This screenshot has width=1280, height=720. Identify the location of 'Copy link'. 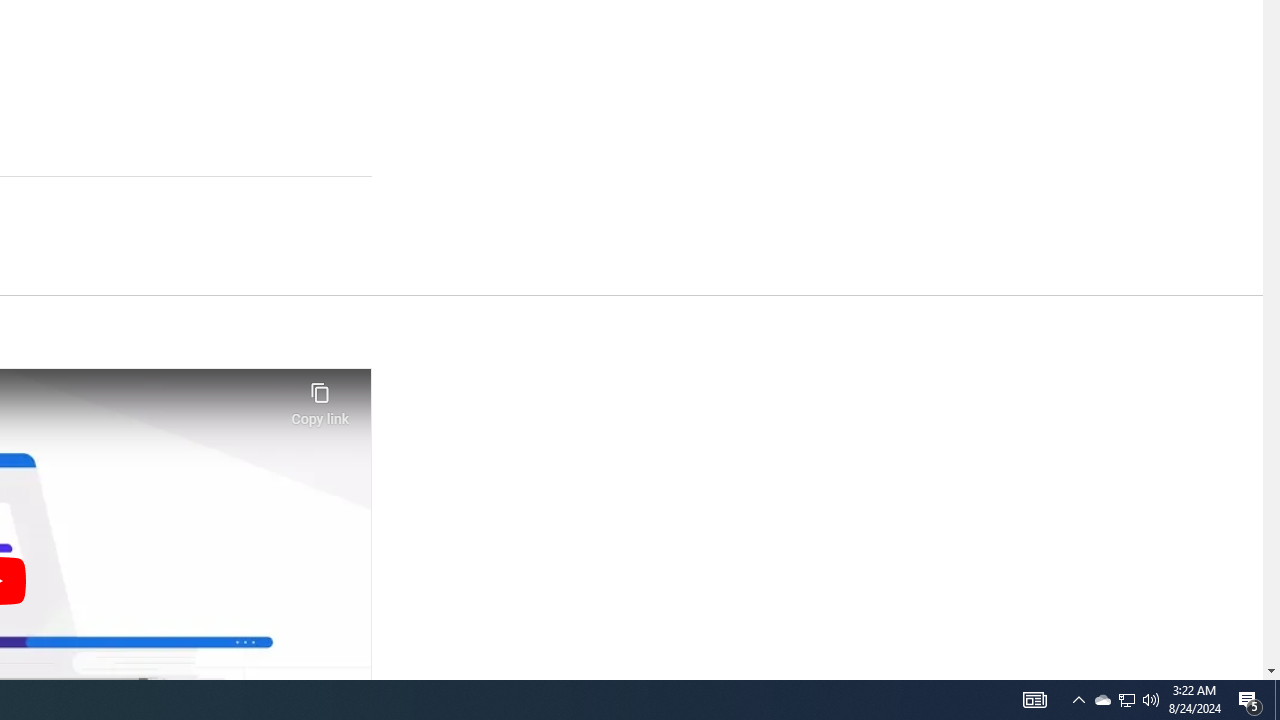
(320, 398).